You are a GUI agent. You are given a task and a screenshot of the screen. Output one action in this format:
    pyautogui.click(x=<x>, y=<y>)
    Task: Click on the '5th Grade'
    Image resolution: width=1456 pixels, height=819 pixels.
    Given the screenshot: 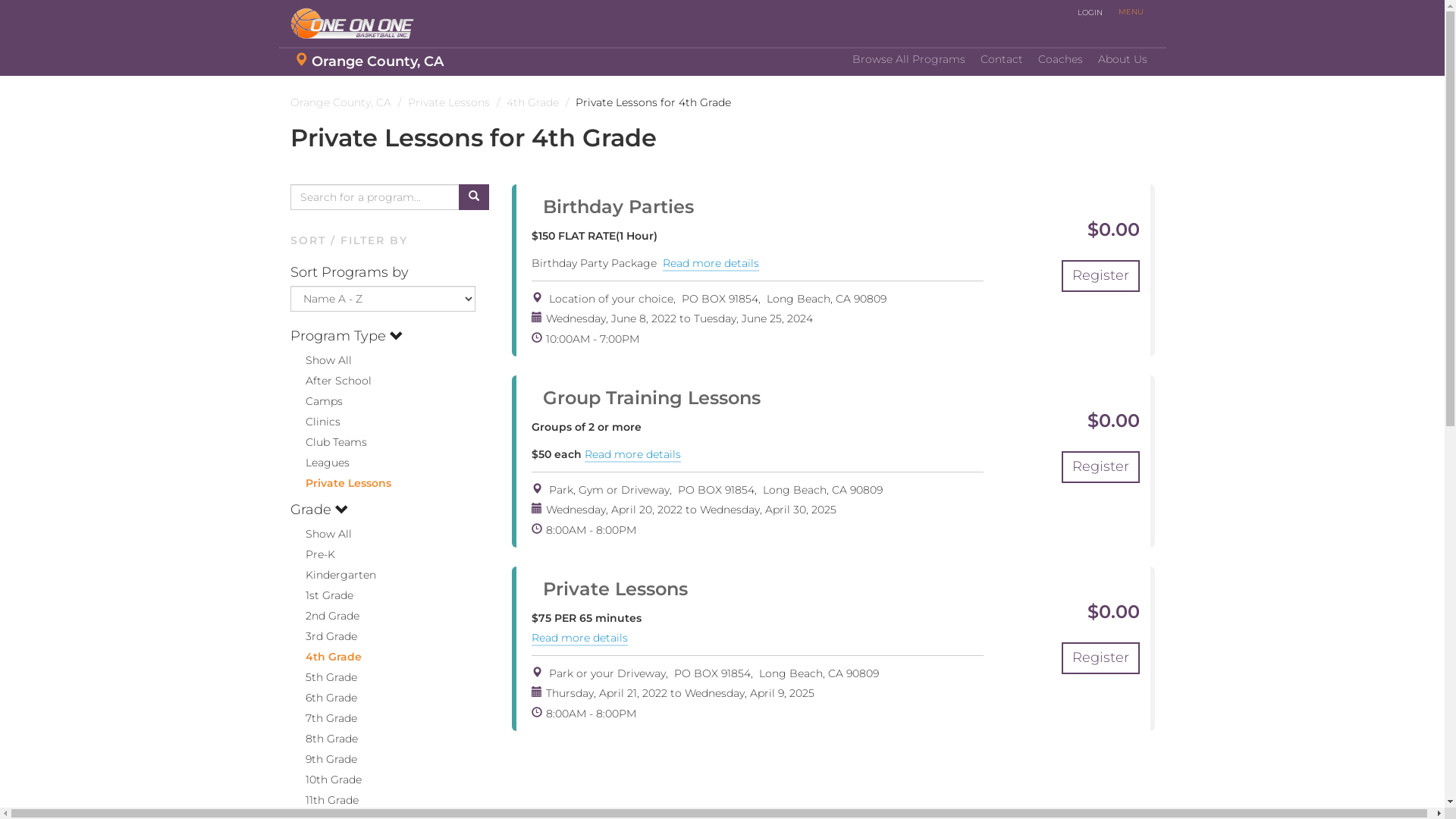 What is the action you would take?
    pyautogui.click(x=322, y=676)
    